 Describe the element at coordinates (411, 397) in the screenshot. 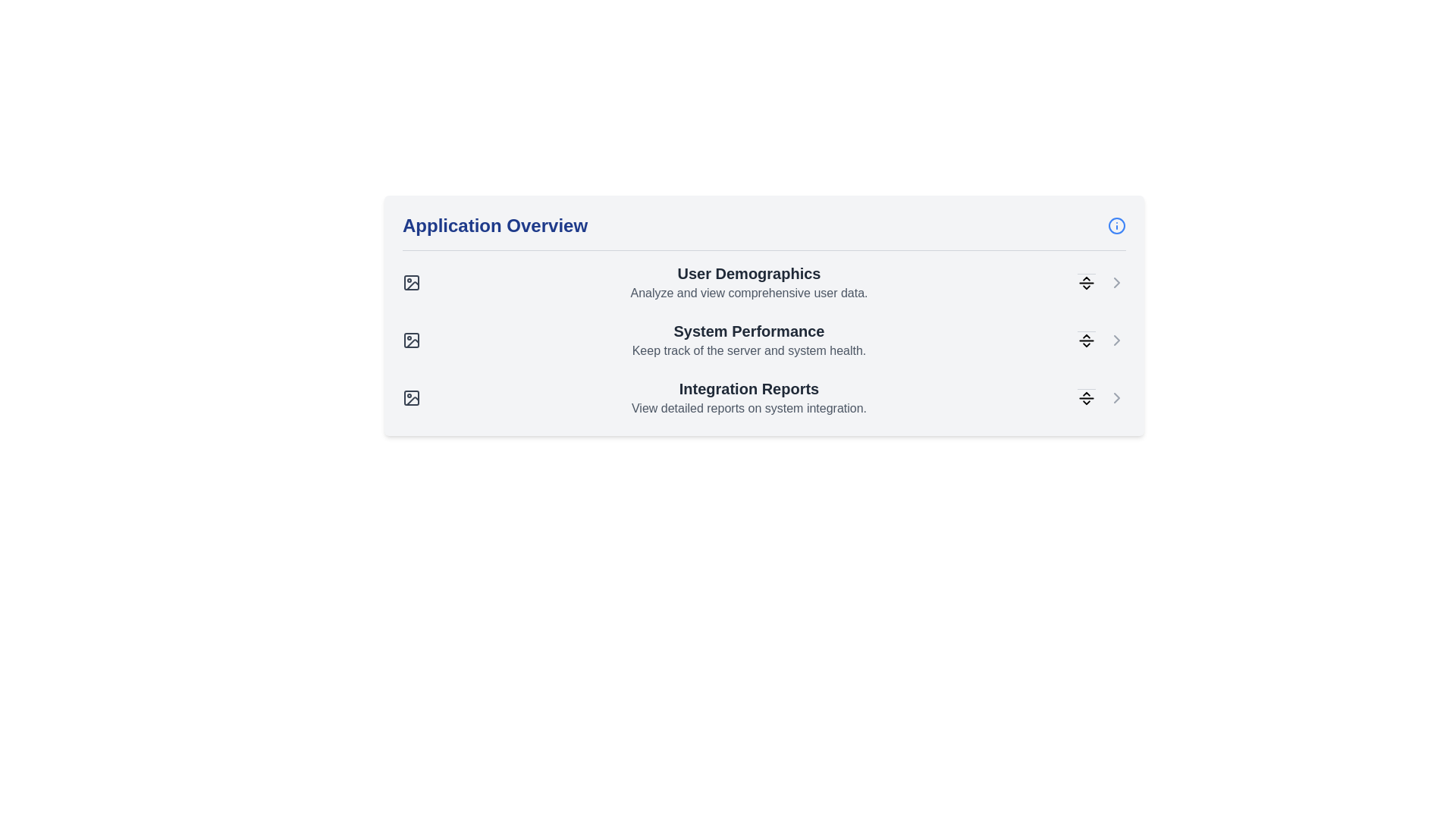

I see `the icon located to the left of the 'Integration Reports' text in the third row` at that location.